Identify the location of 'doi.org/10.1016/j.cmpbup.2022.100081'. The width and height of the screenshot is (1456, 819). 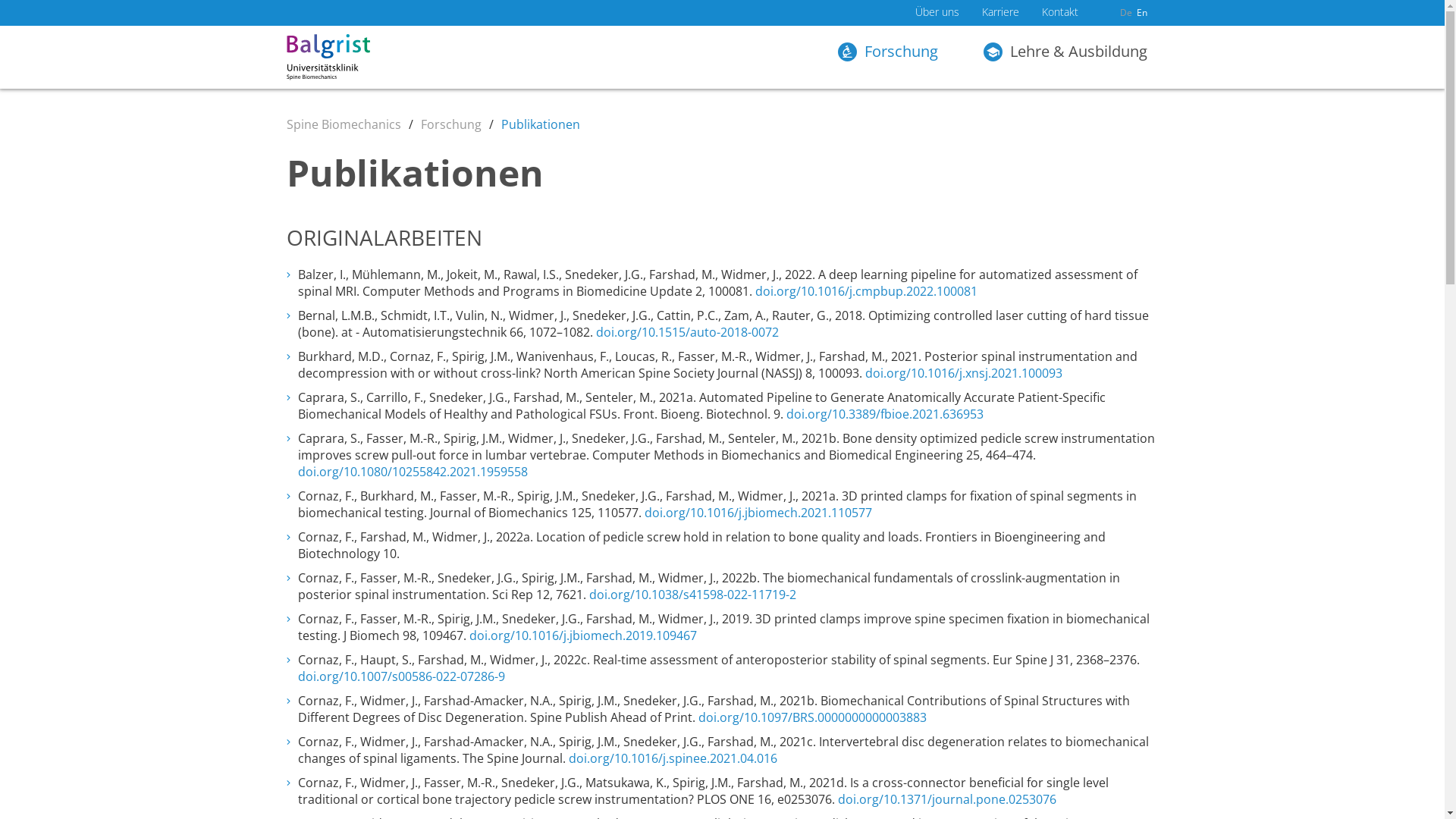
(866, 291).